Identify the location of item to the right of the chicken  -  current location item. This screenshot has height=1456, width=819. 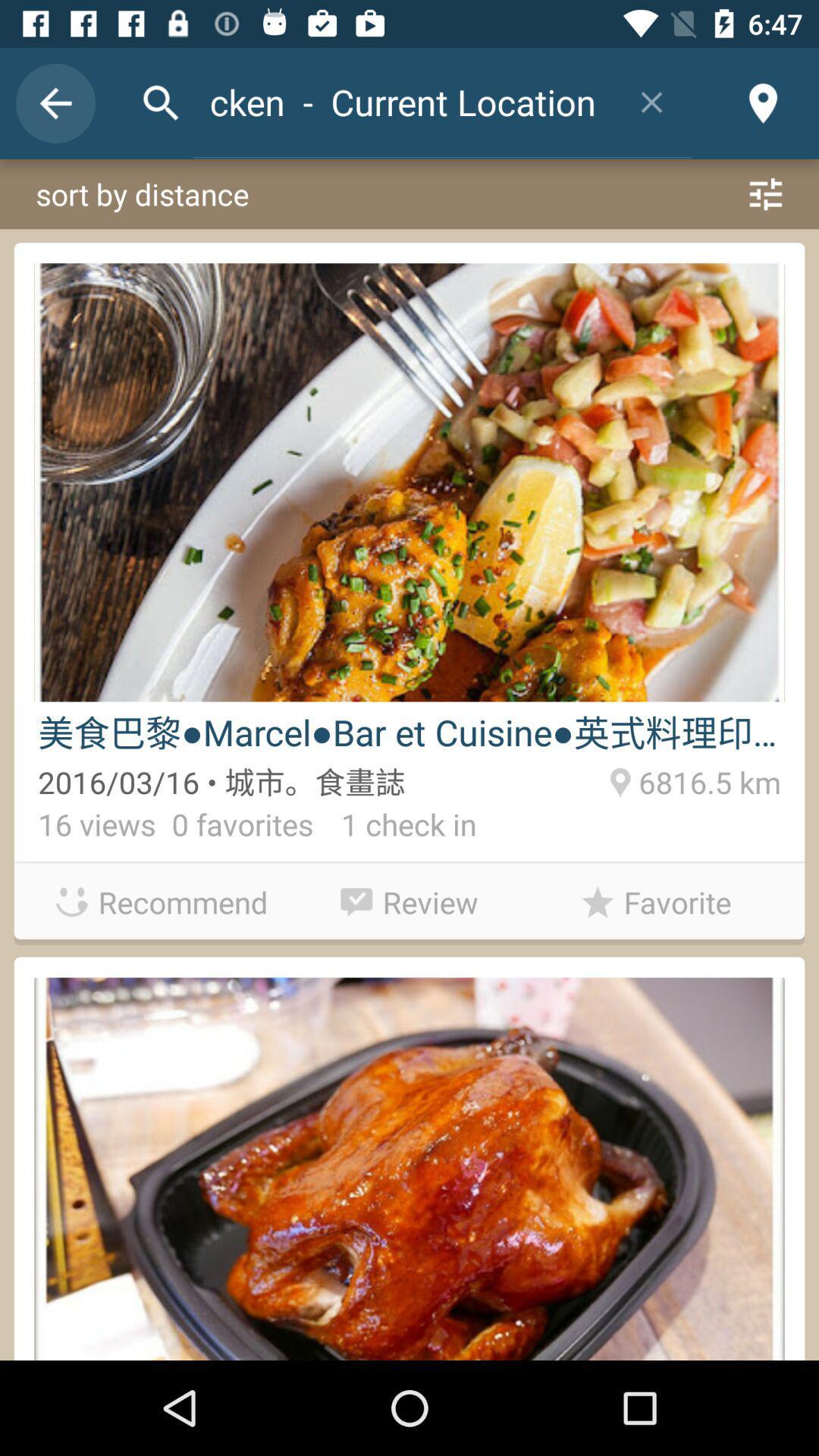
(651, 101).